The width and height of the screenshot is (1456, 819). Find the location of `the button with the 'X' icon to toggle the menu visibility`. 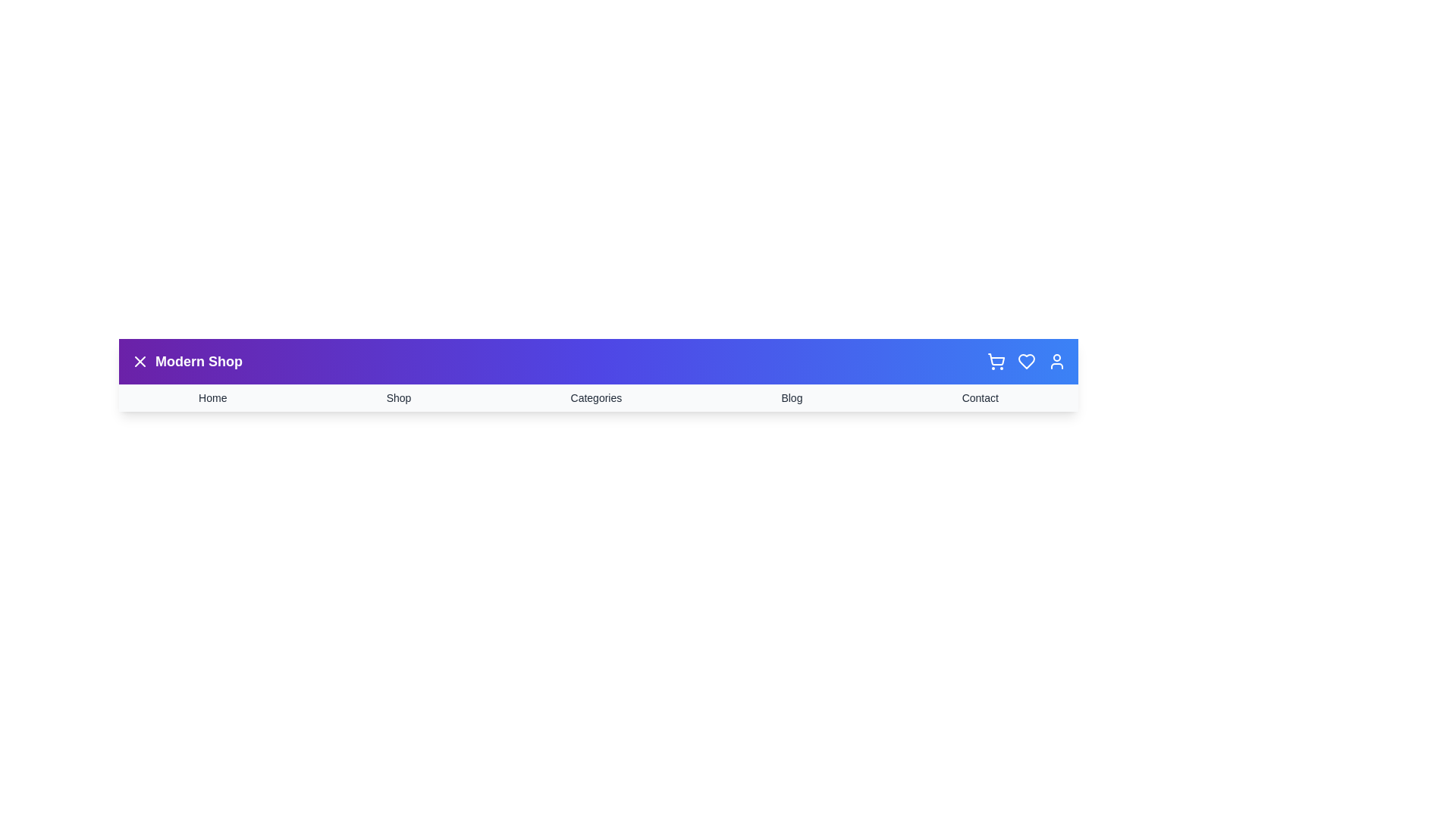

the button with the 'X' icon to toggle the menu visibility is located at coordinates (140, 362).